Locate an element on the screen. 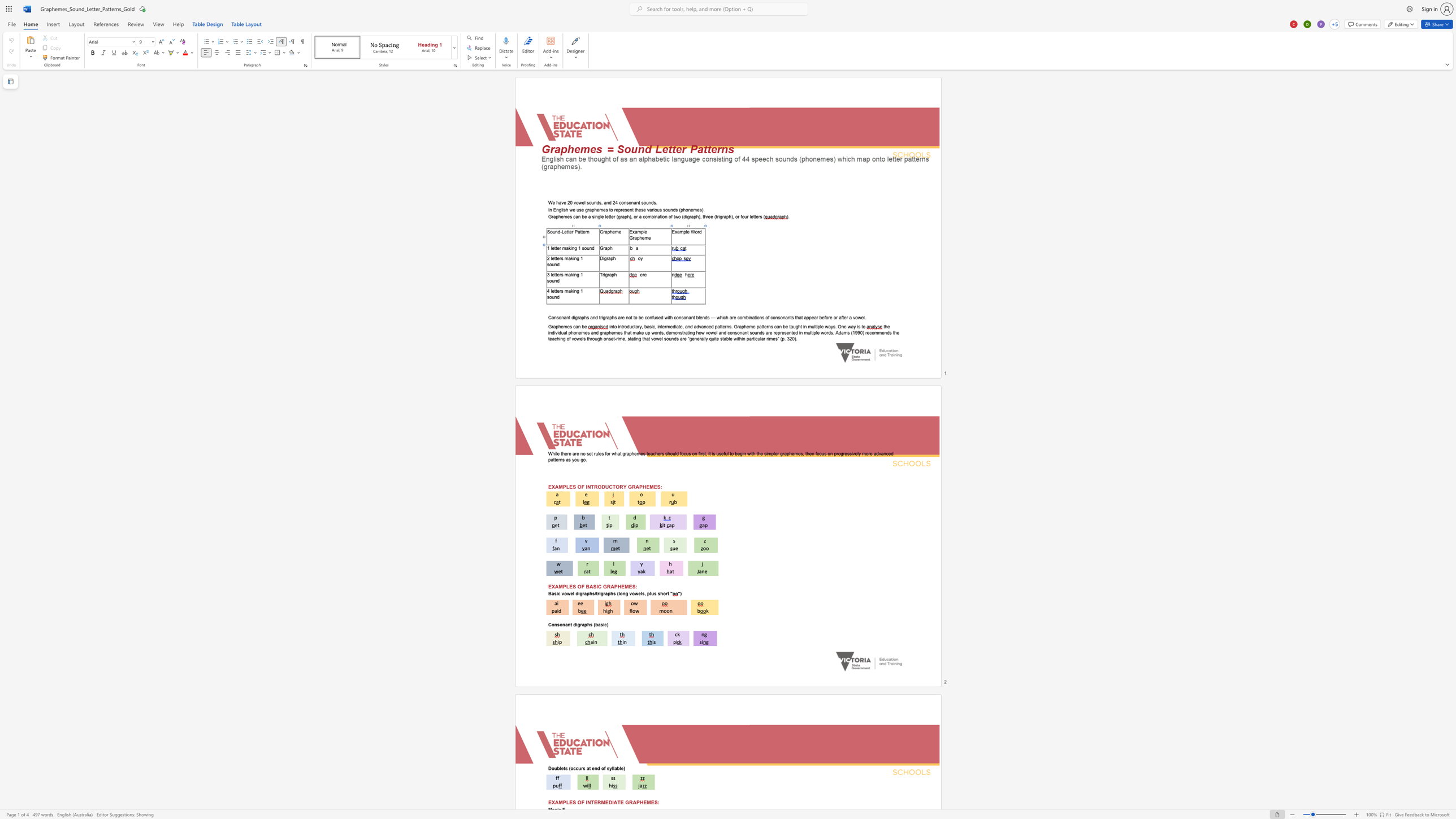 This screenshot has height=819, width=1456. the 1th character "i" in the text is located at coordinates (571, 248).